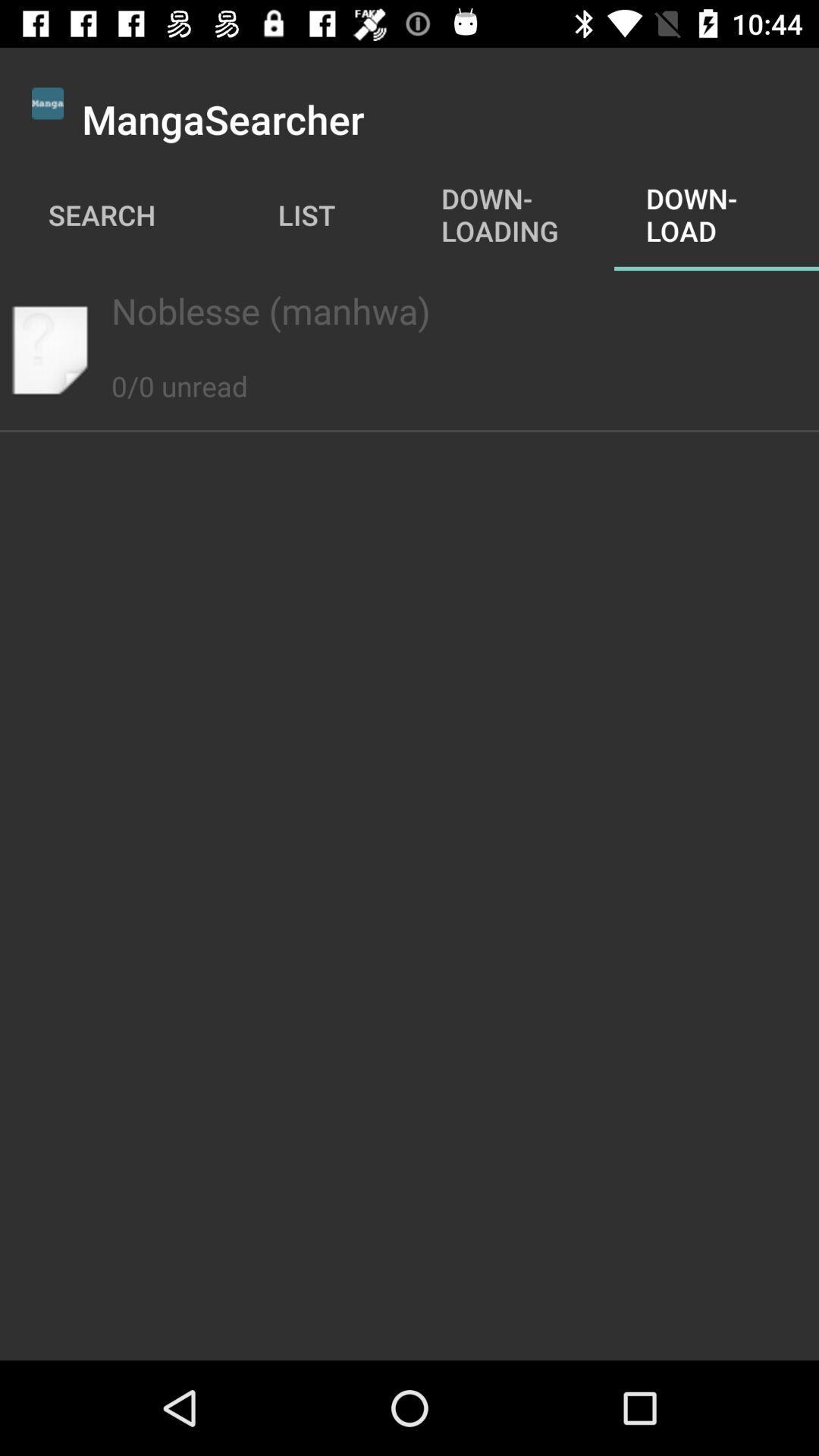 This screenshot has width=819, height=1456. What do you see at coordinates (178, 369) in the screenshot?
I see `item below the noblesse (manhwa) icon` at bounding box center [178, 369].